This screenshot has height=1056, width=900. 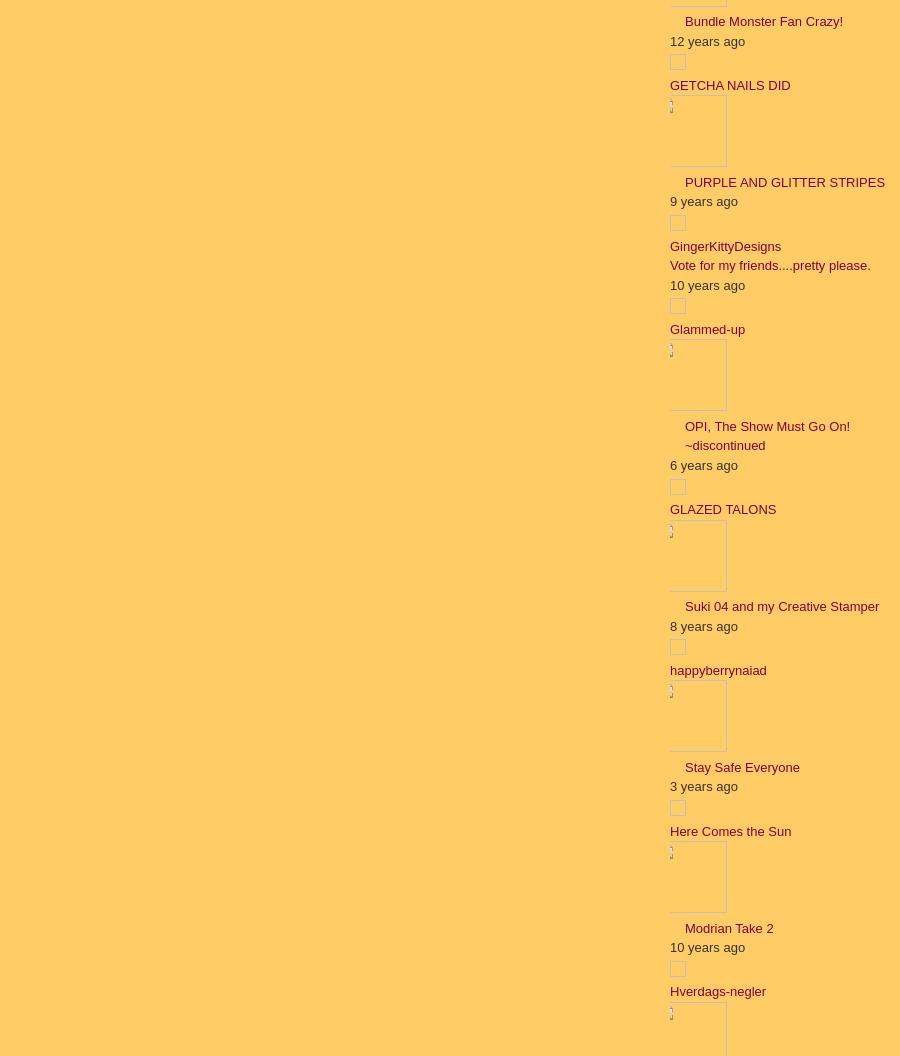 I want to click on 'GLAZED TALONS', so click(x=669, y=508).